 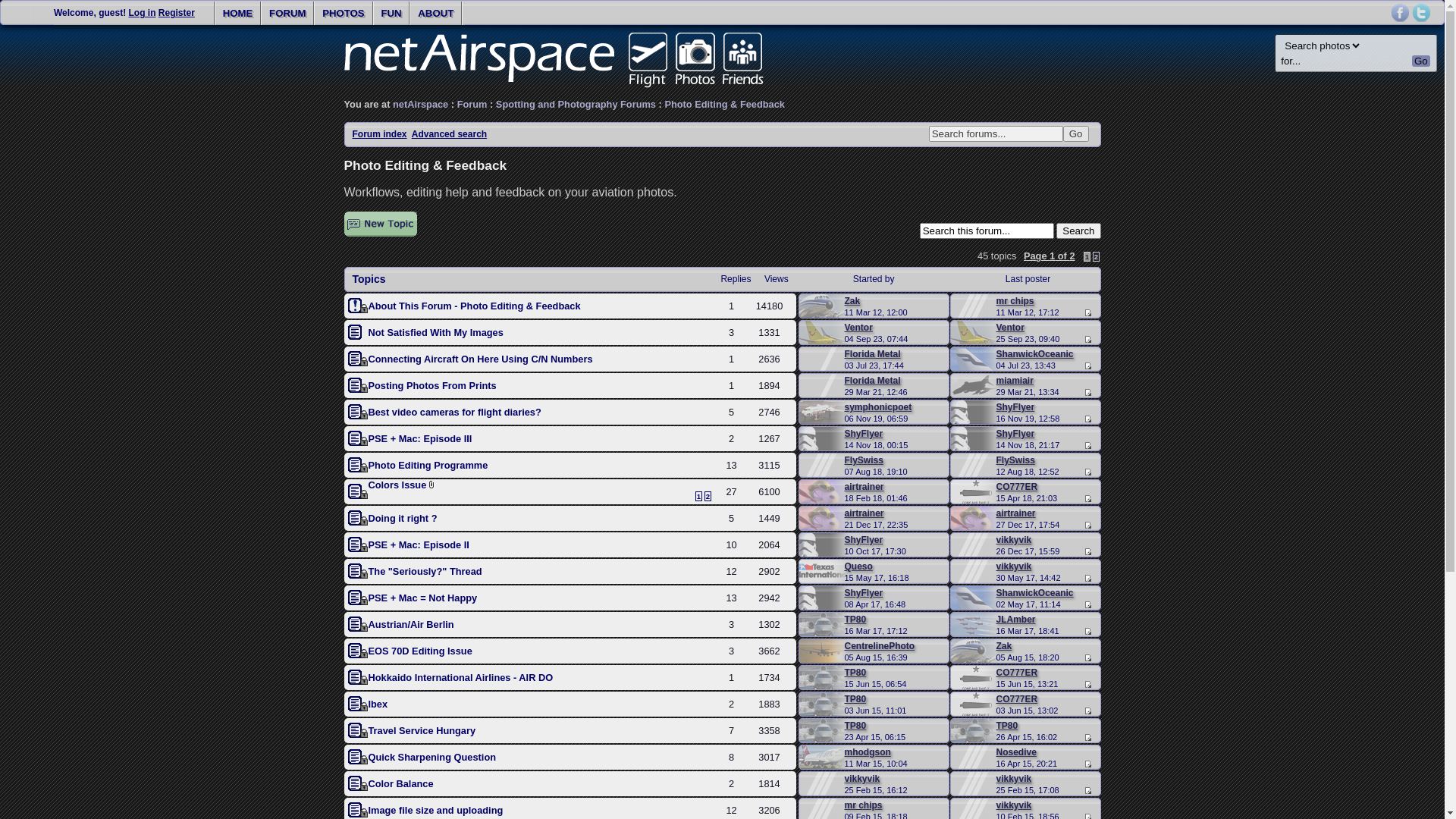 What do you see at coordinates (435, 331) in the screenshot?
I see `'Not Satisfied With My Images'` at bounding box center [435, 331].